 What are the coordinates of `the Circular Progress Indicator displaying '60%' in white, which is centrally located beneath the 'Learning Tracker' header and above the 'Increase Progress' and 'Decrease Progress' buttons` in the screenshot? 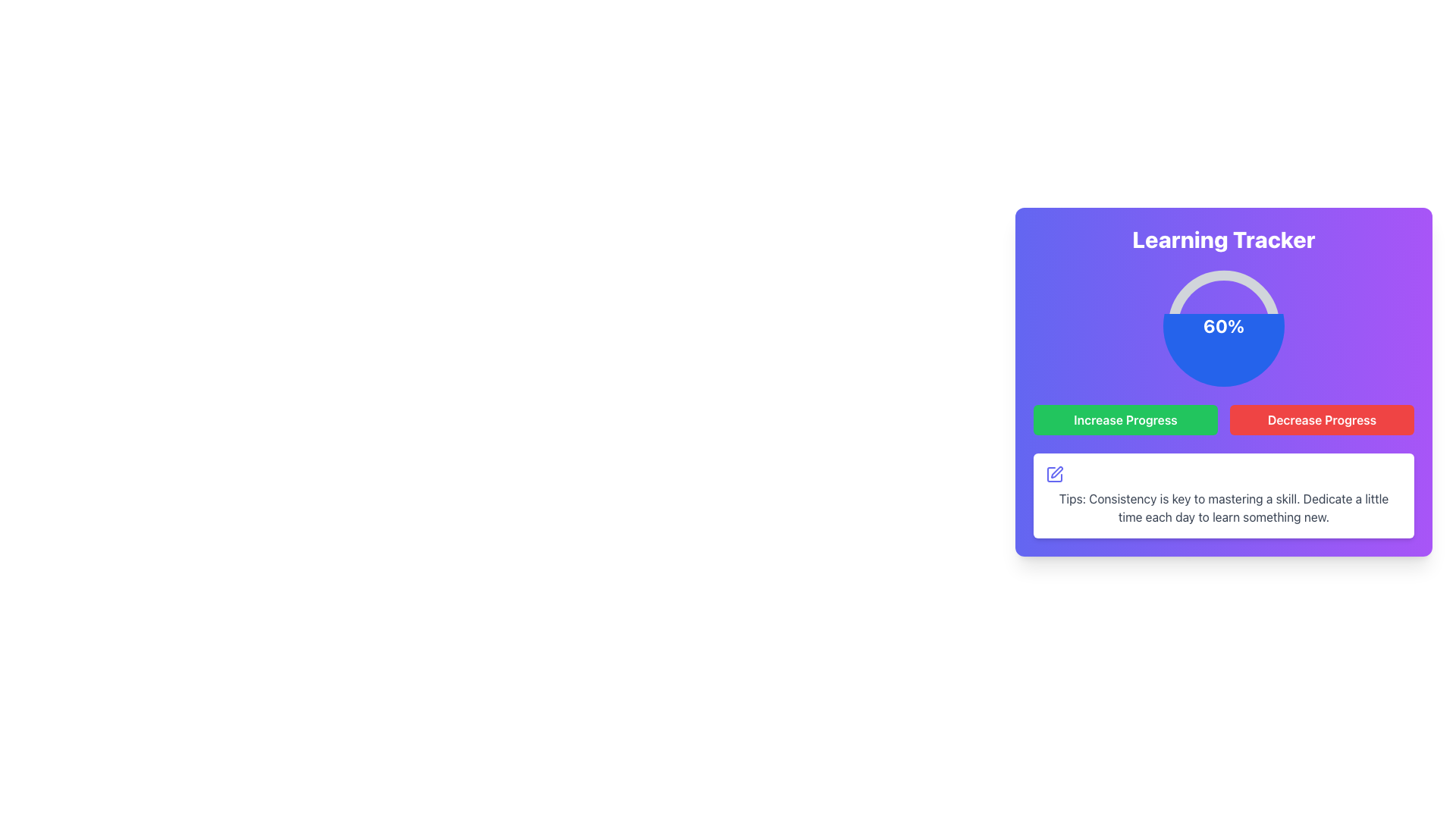 It's located at (1223, 325).